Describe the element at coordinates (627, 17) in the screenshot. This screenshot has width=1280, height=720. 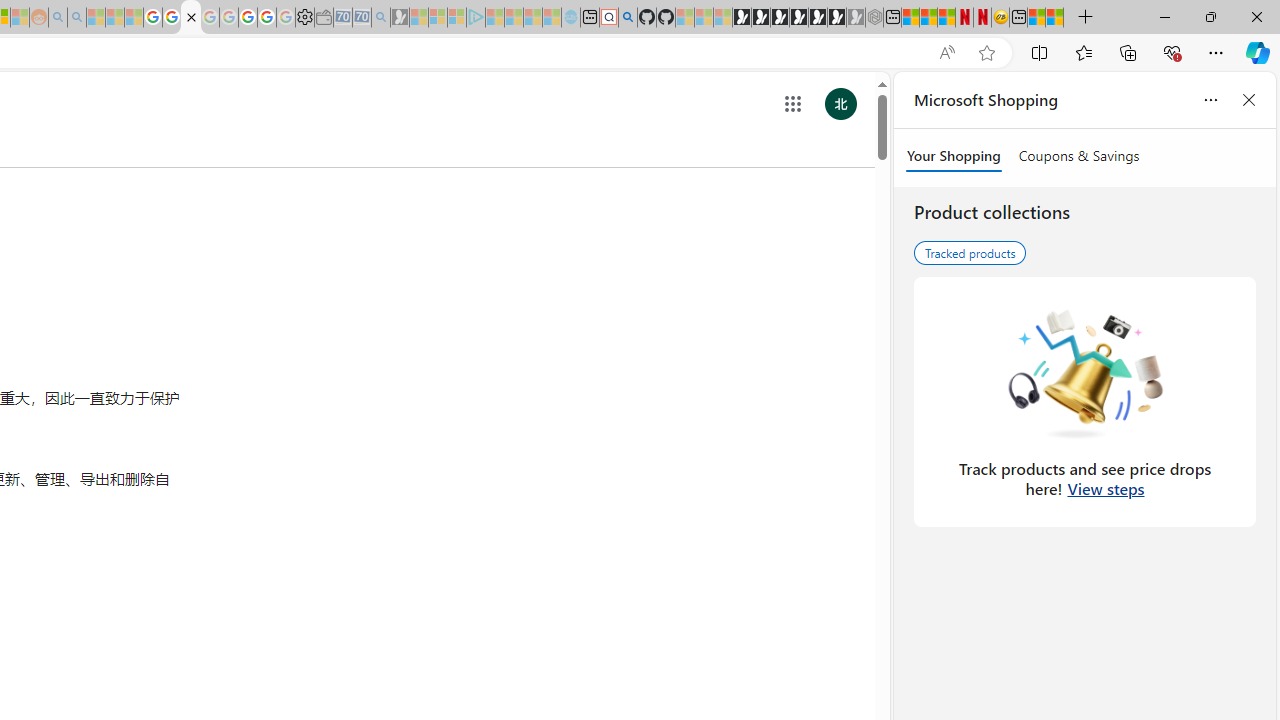
I see `'github - Search'` at that location.